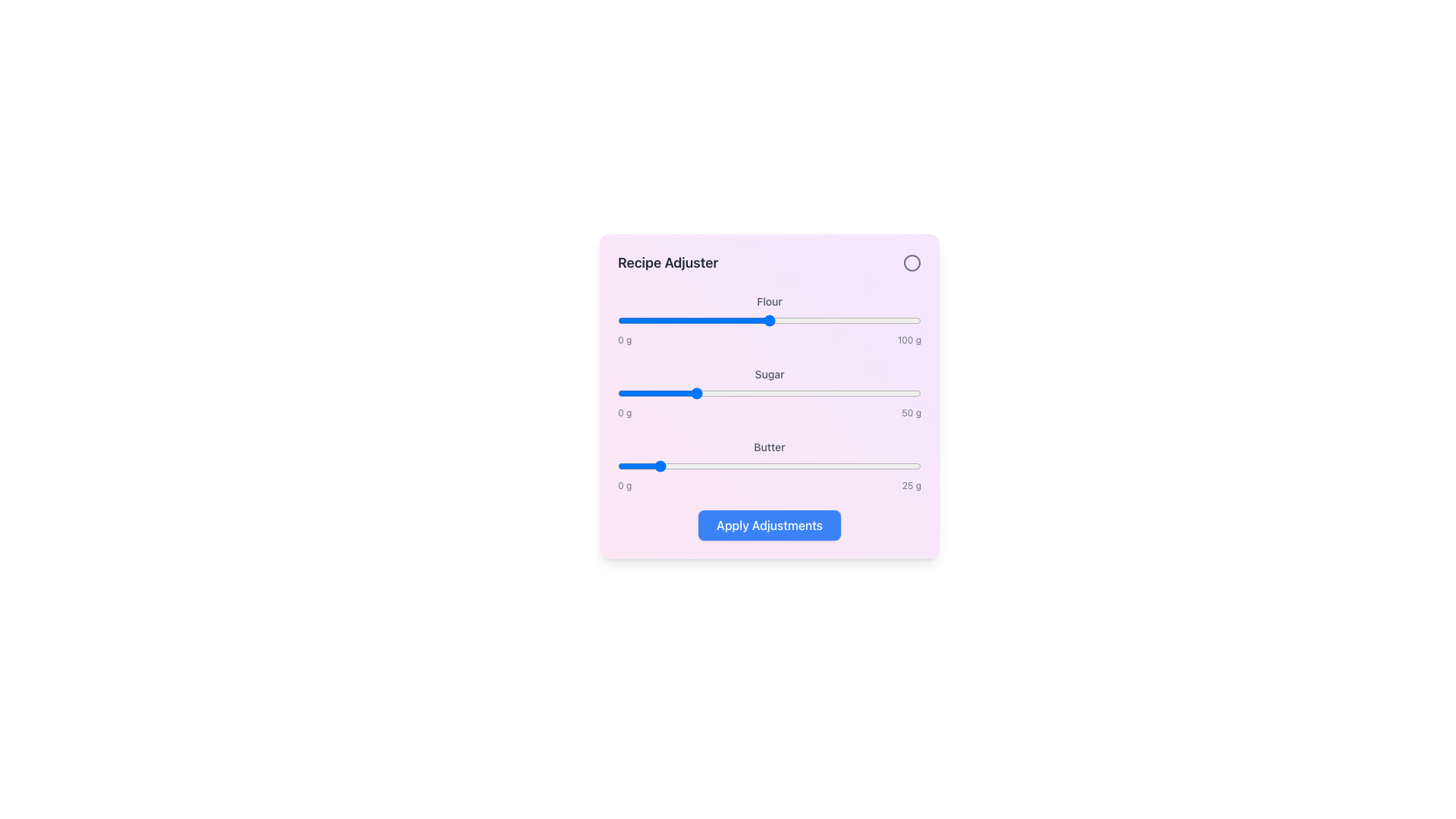  What do you see at coordinates (743, 320) in the screenshot?
I see `the slider value` at bounding box center [743, 320].